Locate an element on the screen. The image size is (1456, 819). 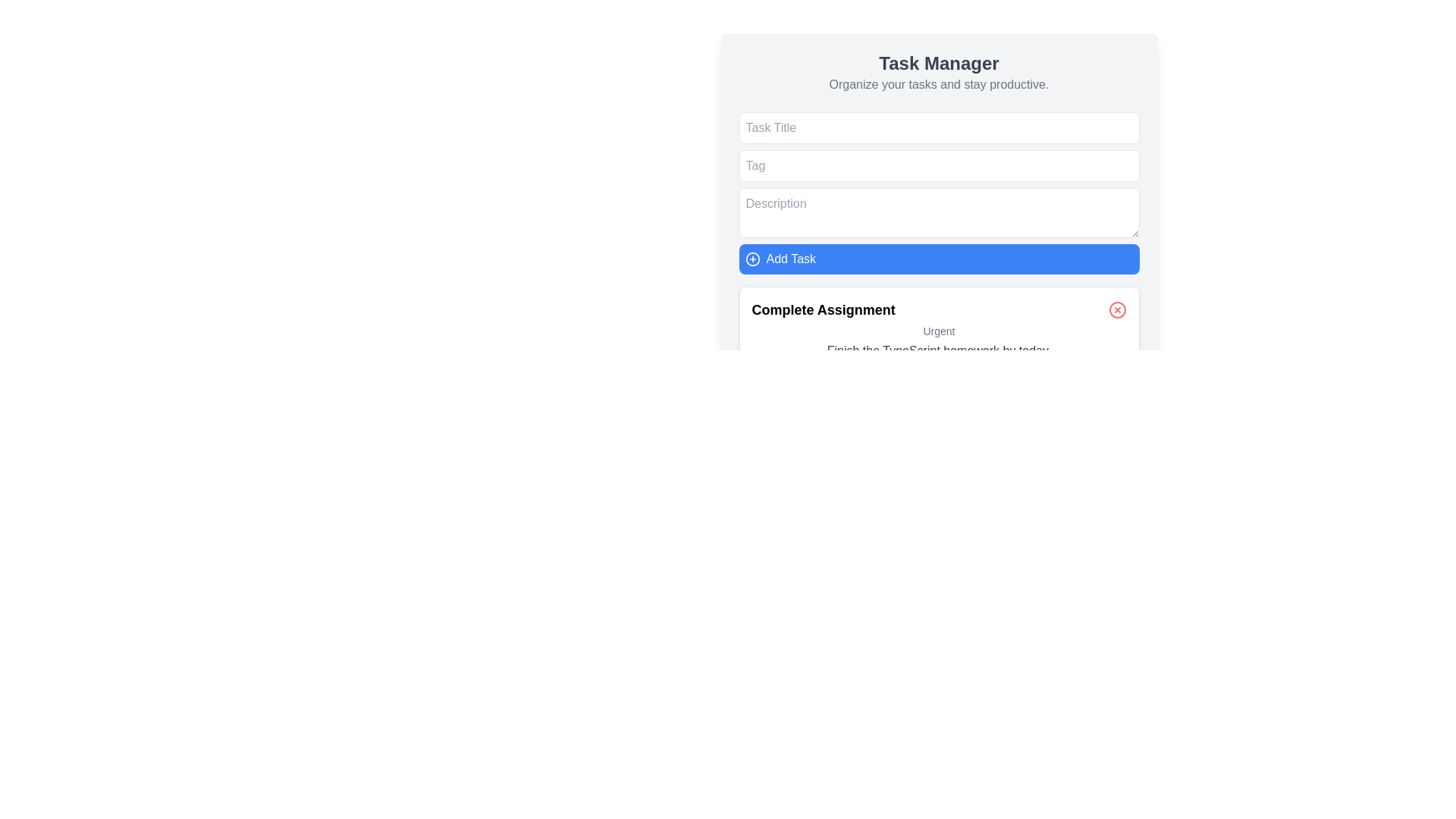
the text block element that contains the title 'Task Manager' in bold dark gray font and the subtitle 'Organize your tasks and stay productive.' in lighter gray color, located at the top of the task manager interface is located at coordinates (938, 73).